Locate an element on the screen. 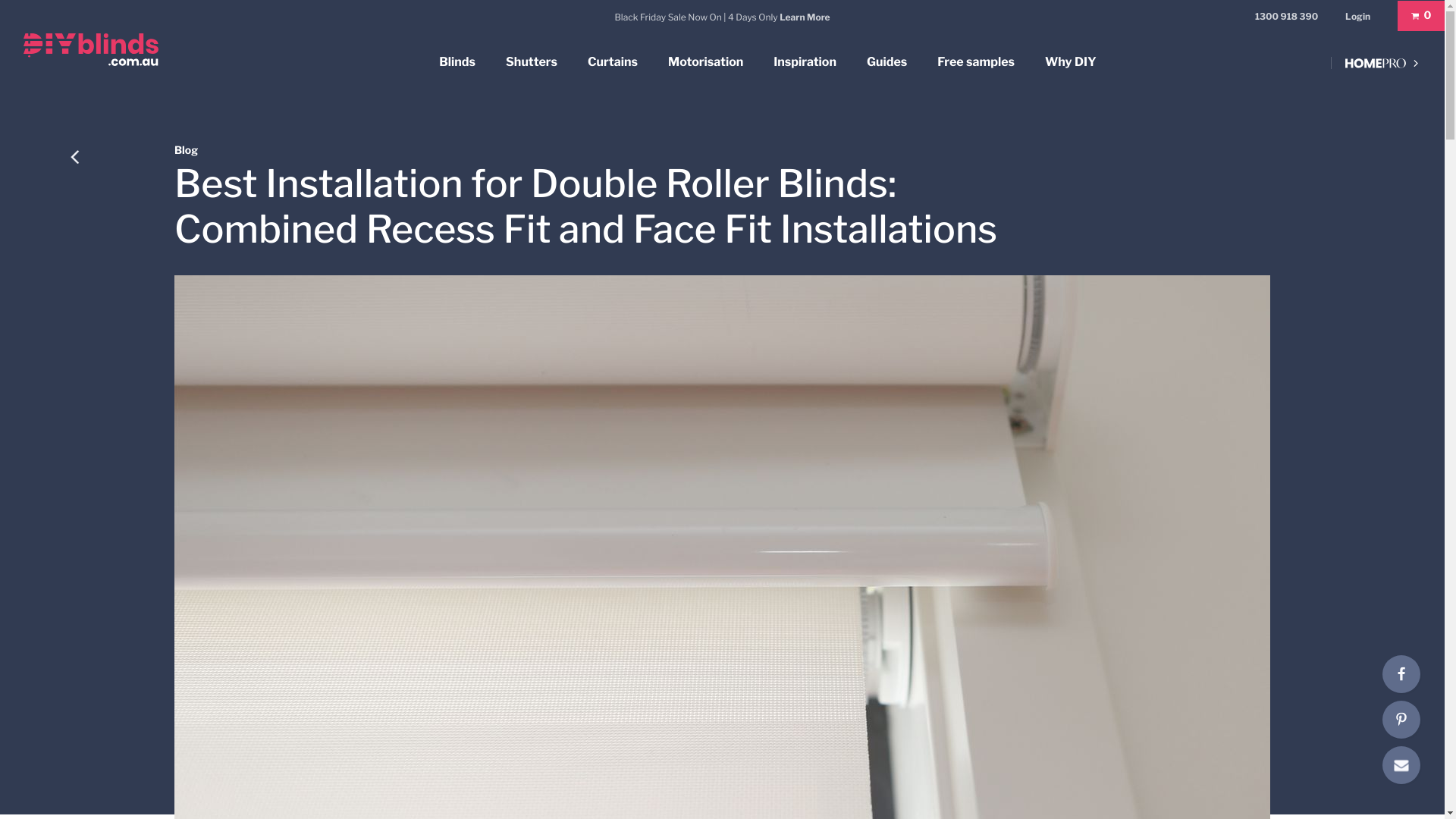  'Curtains' is located at coordinates (612, 61).